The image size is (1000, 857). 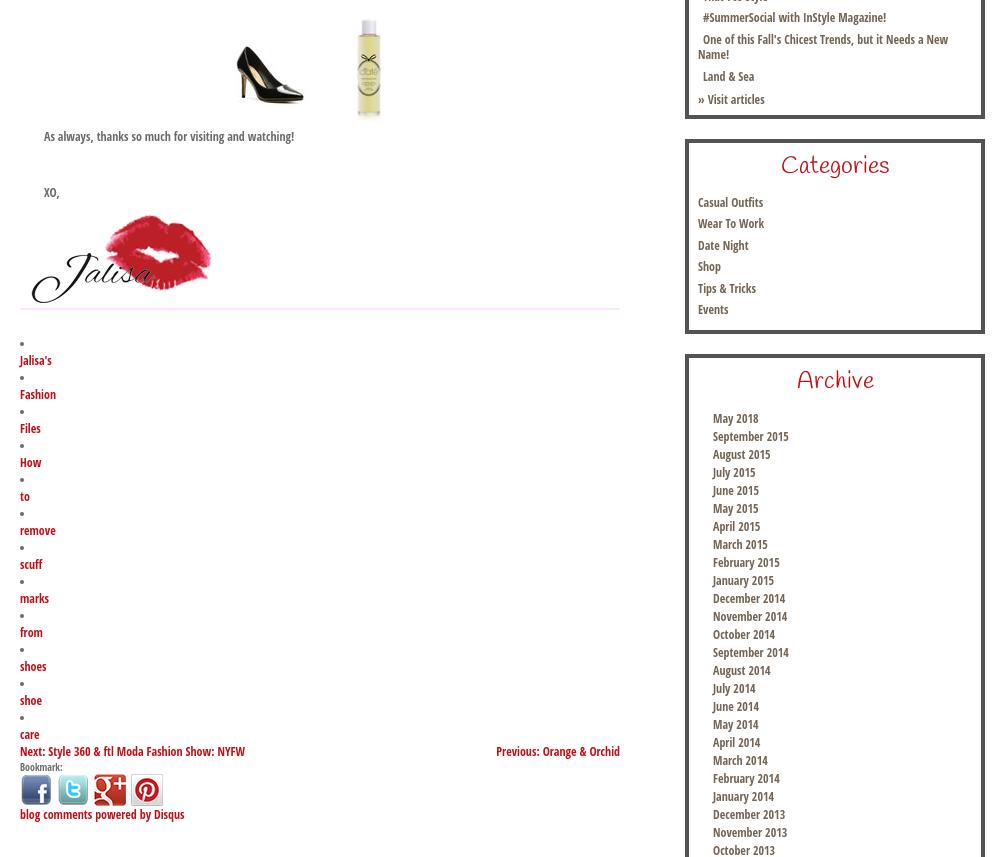 I want to click on 'November 2013', so click(x=750, y=831).